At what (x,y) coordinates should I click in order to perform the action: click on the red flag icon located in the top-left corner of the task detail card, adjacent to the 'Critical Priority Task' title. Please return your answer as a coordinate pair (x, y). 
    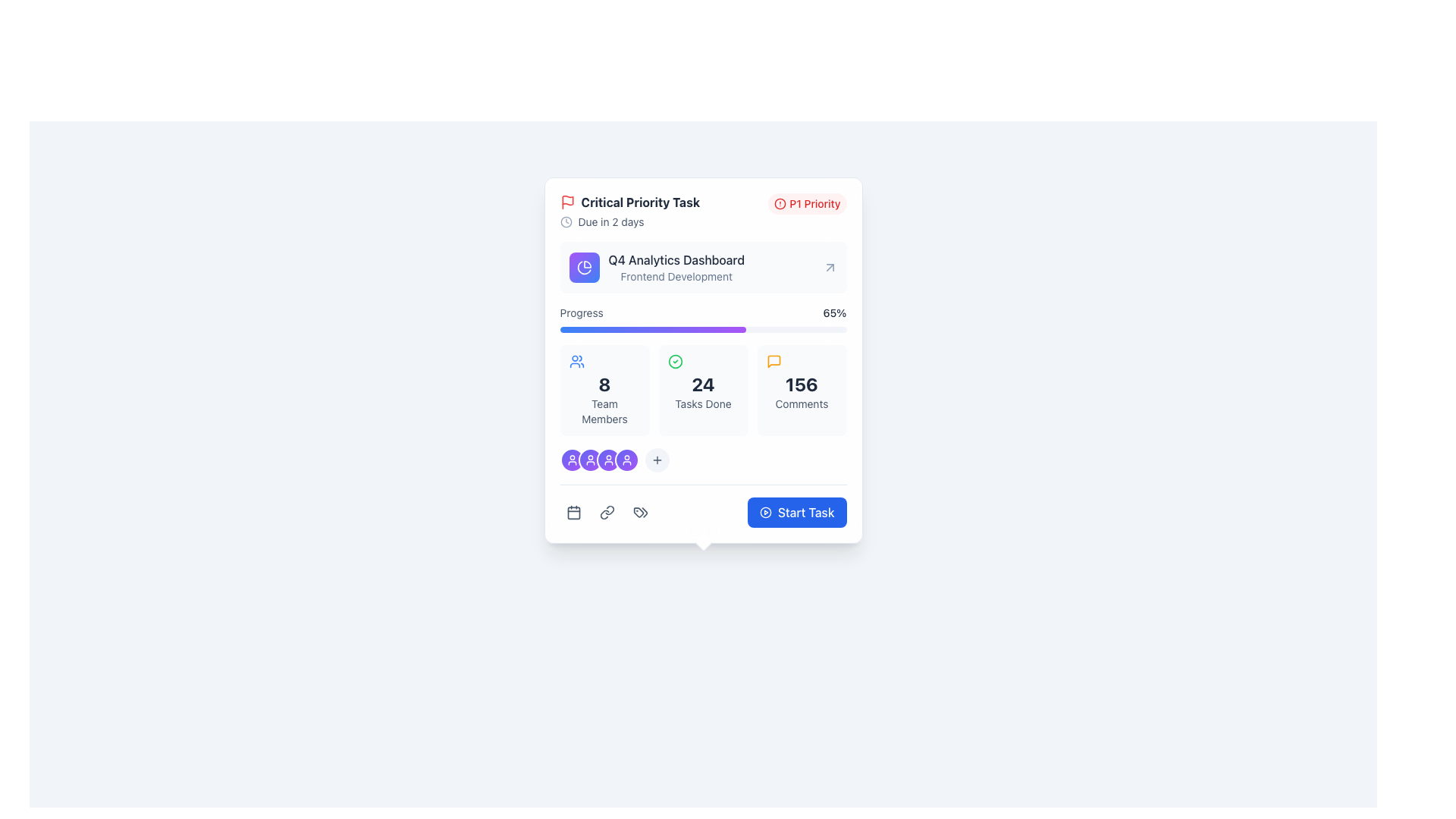
    Looking at the image, I should click on (566, 199).